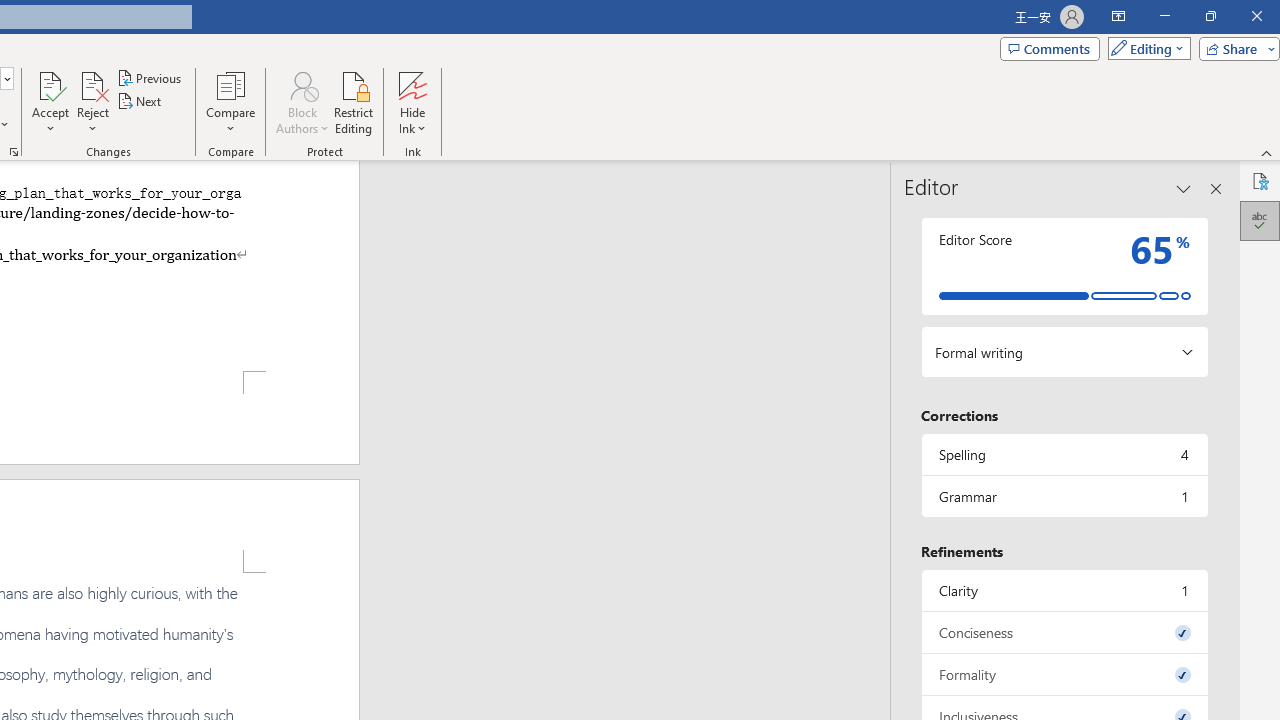 This screenshot has height=720, width=1280. What do you see at coordinates (50, 103) in the screenshot?
I see `'Accept'` at bounding box center [50, 103].